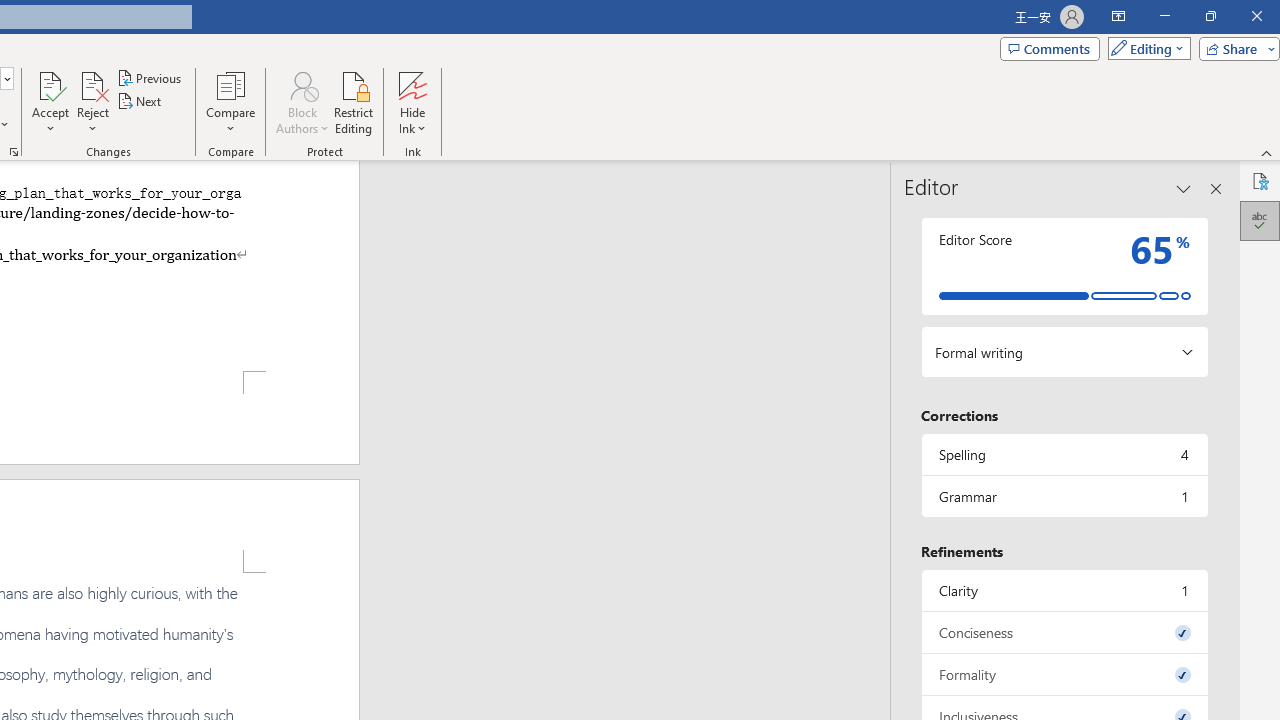 This screenshot has height=720, width=1280. What do you see at coordinates (50, 103) in the screenshot?
I see `'Accept'` at bounding box center [50, 103].